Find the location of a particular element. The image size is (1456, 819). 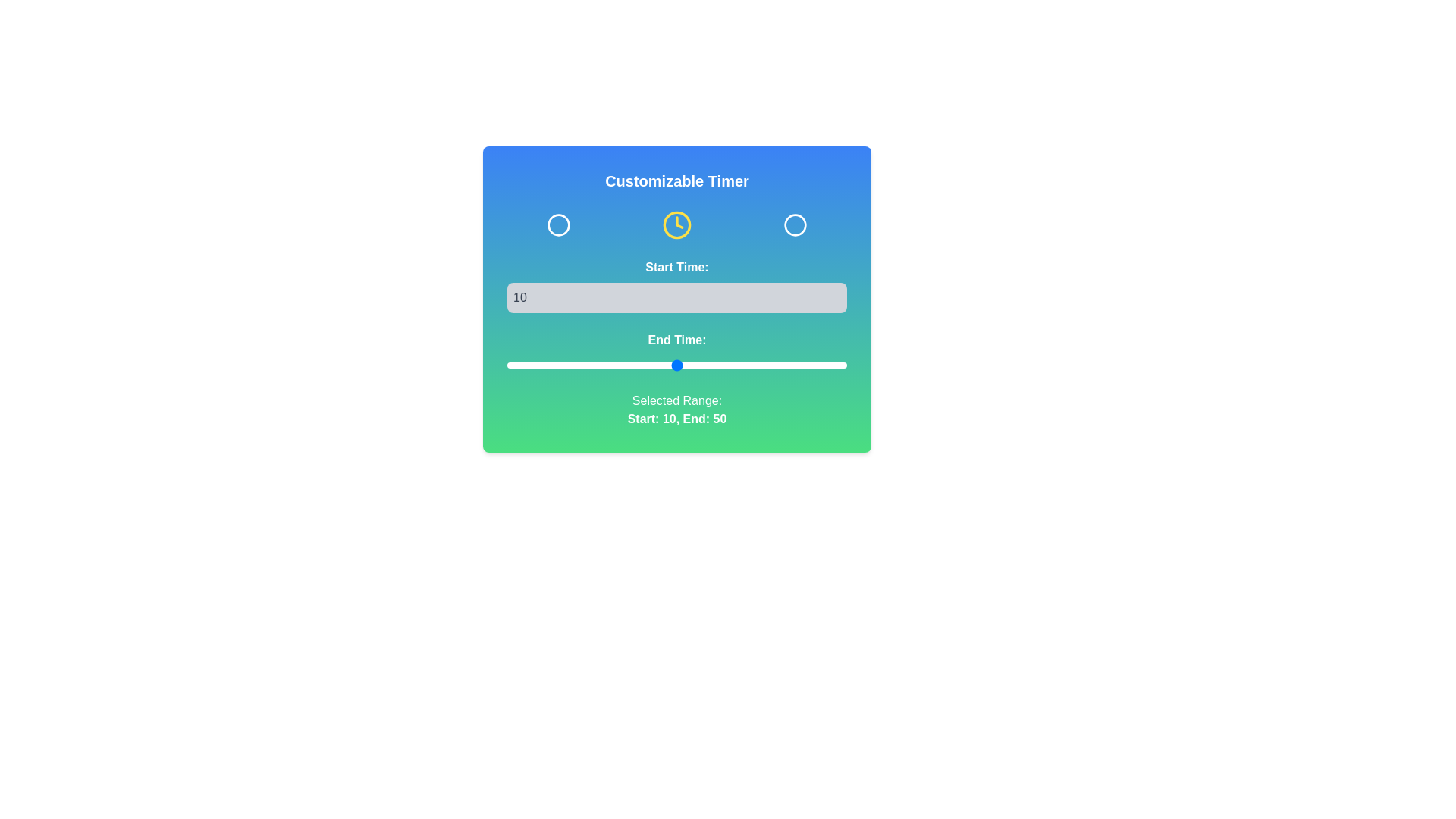

the third icon from the right in the customizable timer section, which serves as a selection or state indicator is located at coordinates (795, 225).